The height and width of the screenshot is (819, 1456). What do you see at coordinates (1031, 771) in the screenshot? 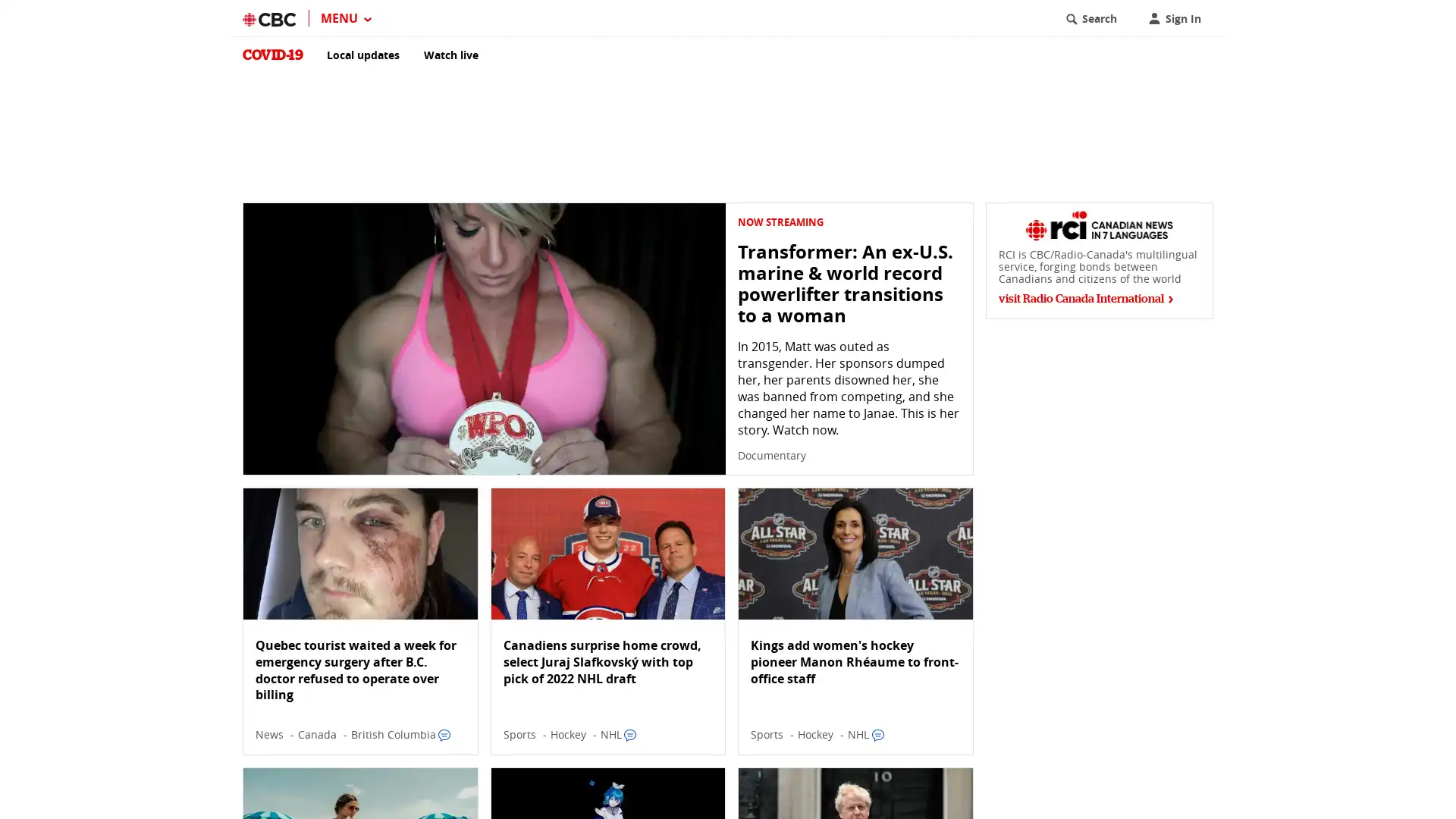
I see `dismiss notification` at bounding box center [1031, 771].